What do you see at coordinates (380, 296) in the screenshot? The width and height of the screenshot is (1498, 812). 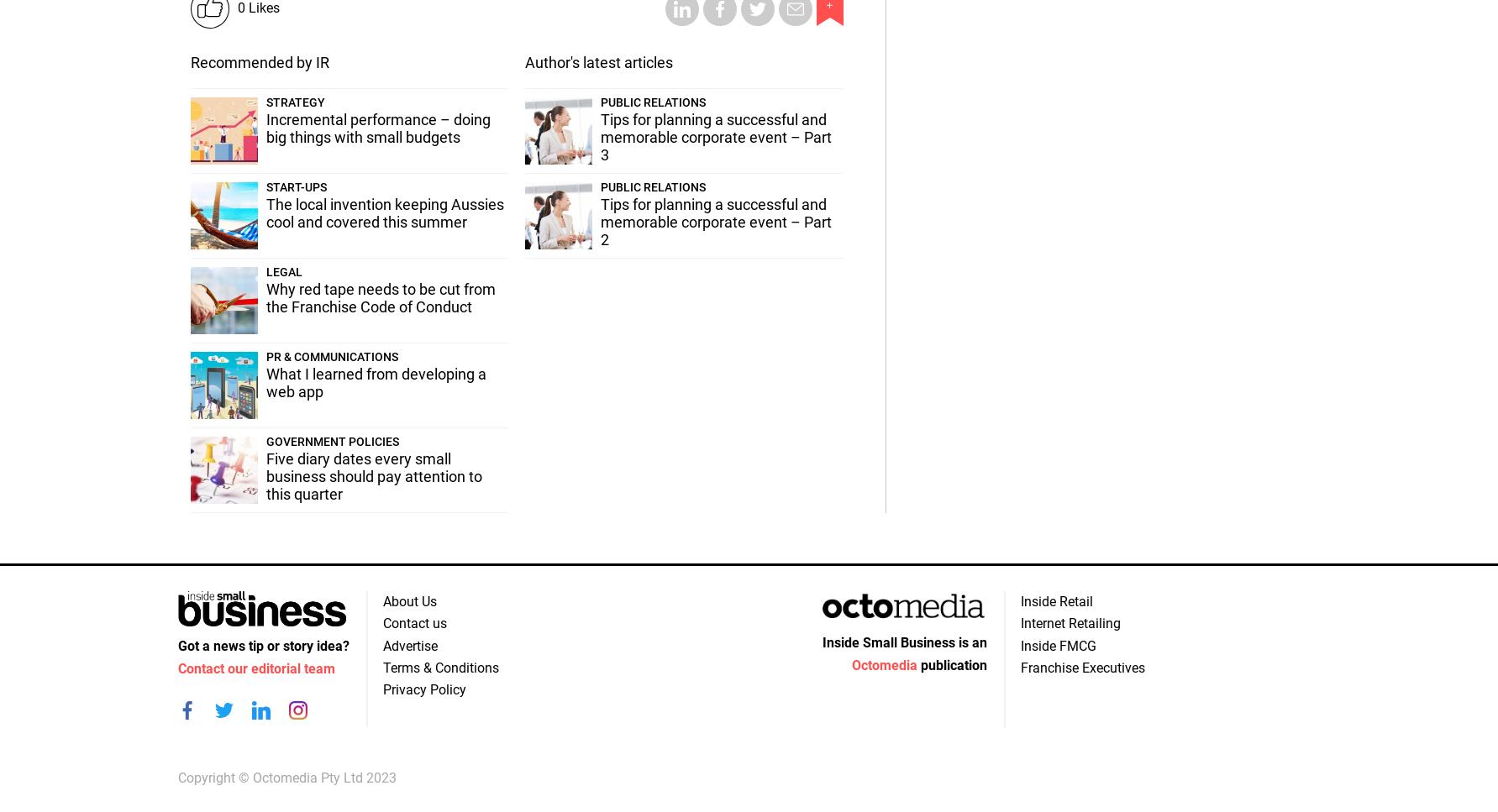 I see `'Why red tape needs to be cut from the Franchise Code of Conduct'` at bounding box center [380, 296].